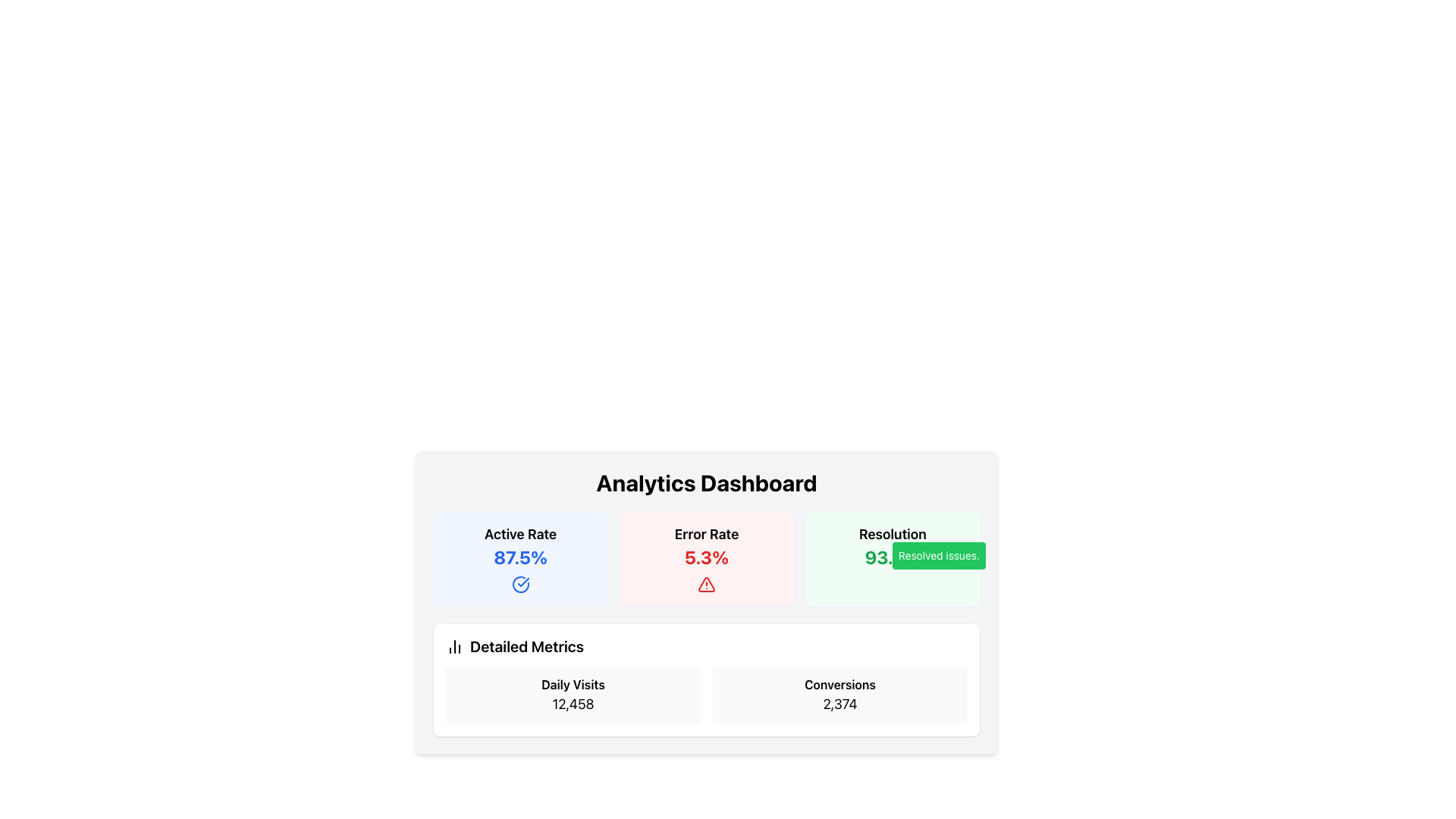 The image size is (1456, 819). Describe the element at coordinates (520, 534) in the screenshot. I see `the Text Label that serves as the title for the active rate statistic` at that location.